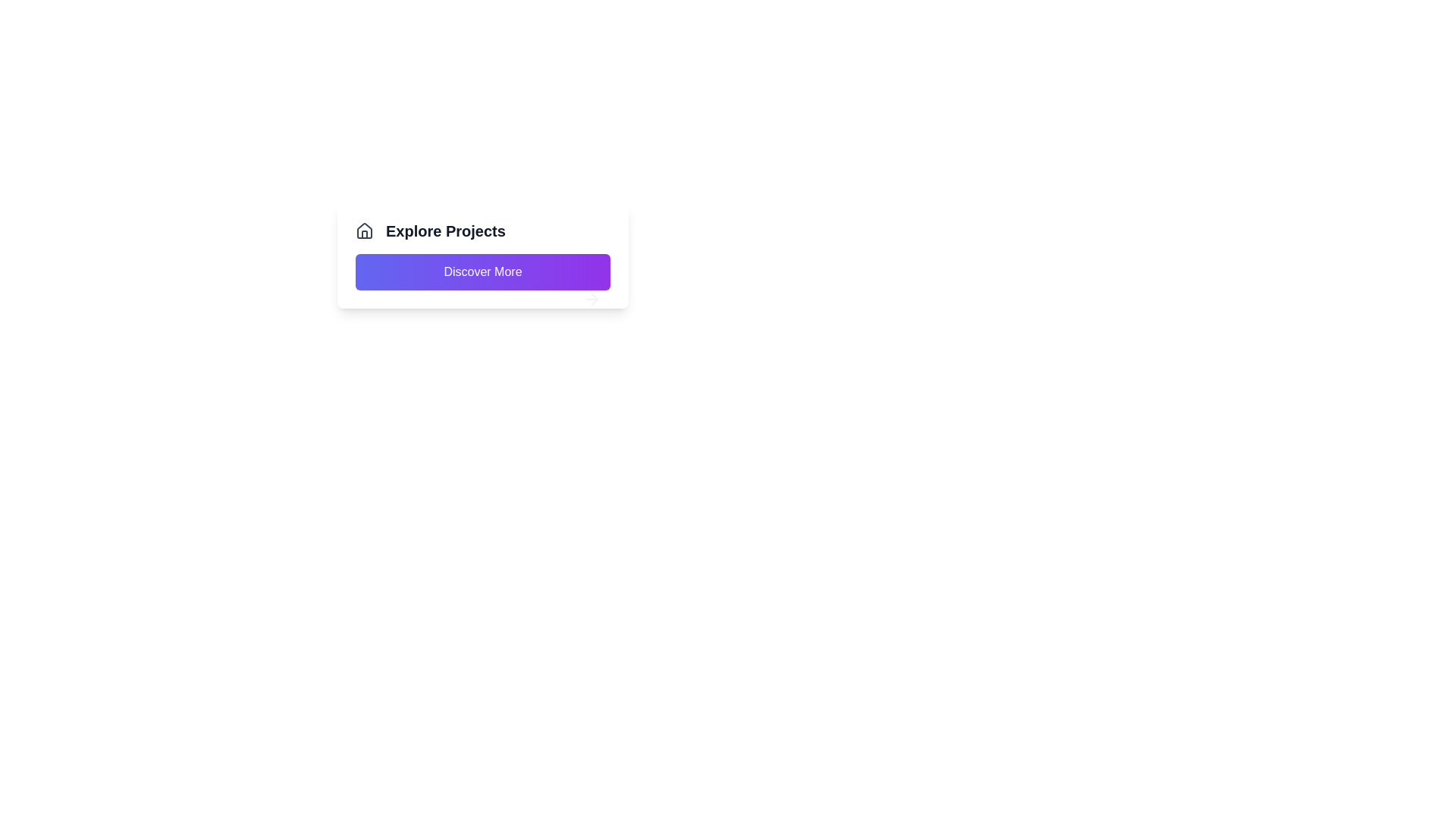  Describe the element at coordinates (482, 271) in the screenshot. I see `the 'Discover More' button, which has a gradient background from indigo to purple and is located below the 'Explore Projects' title` at that location.